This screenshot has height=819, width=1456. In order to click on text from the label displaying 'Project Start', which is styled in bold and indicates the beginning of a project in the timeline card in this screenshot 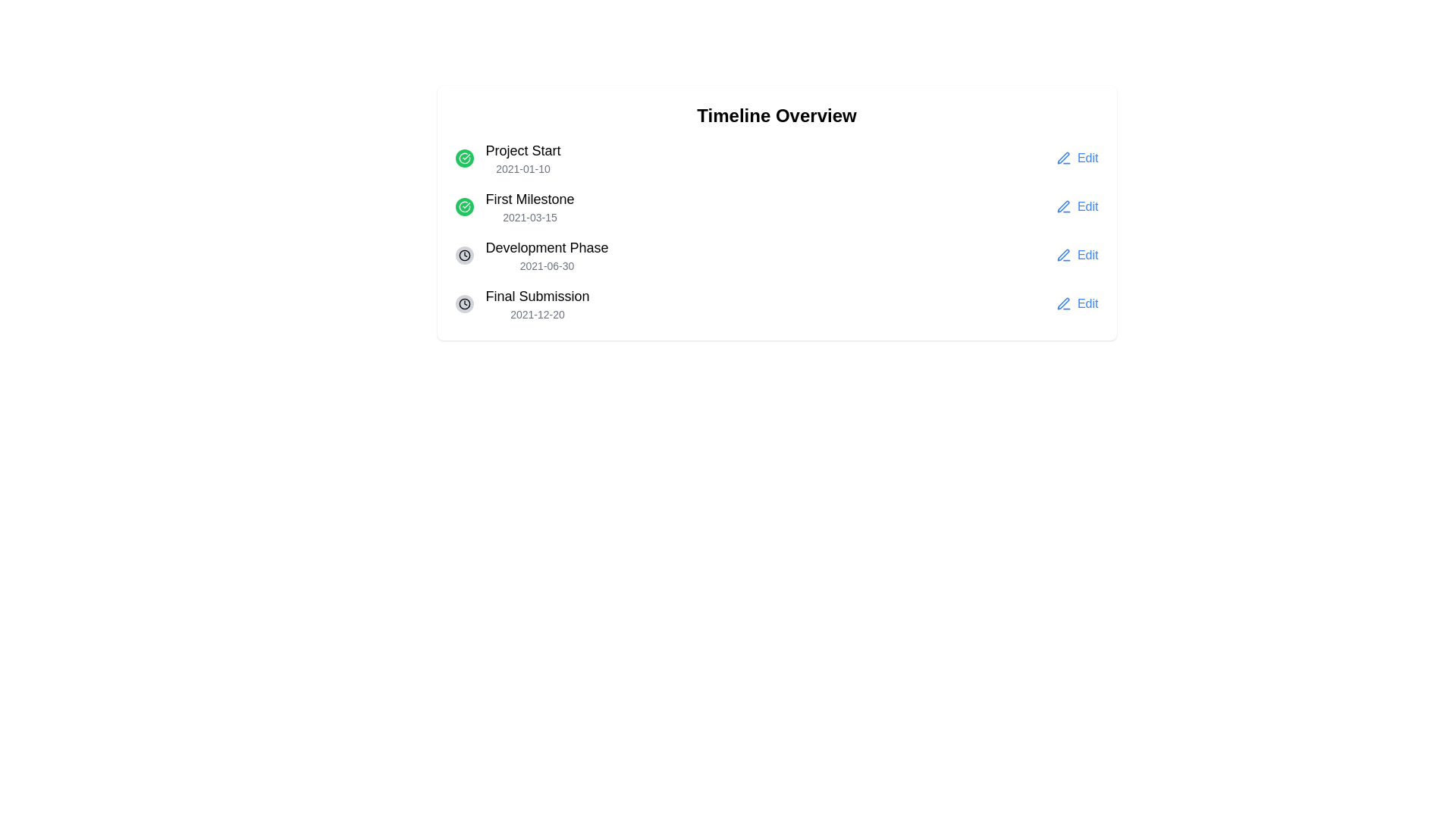, I will do `click(523, 151)`.